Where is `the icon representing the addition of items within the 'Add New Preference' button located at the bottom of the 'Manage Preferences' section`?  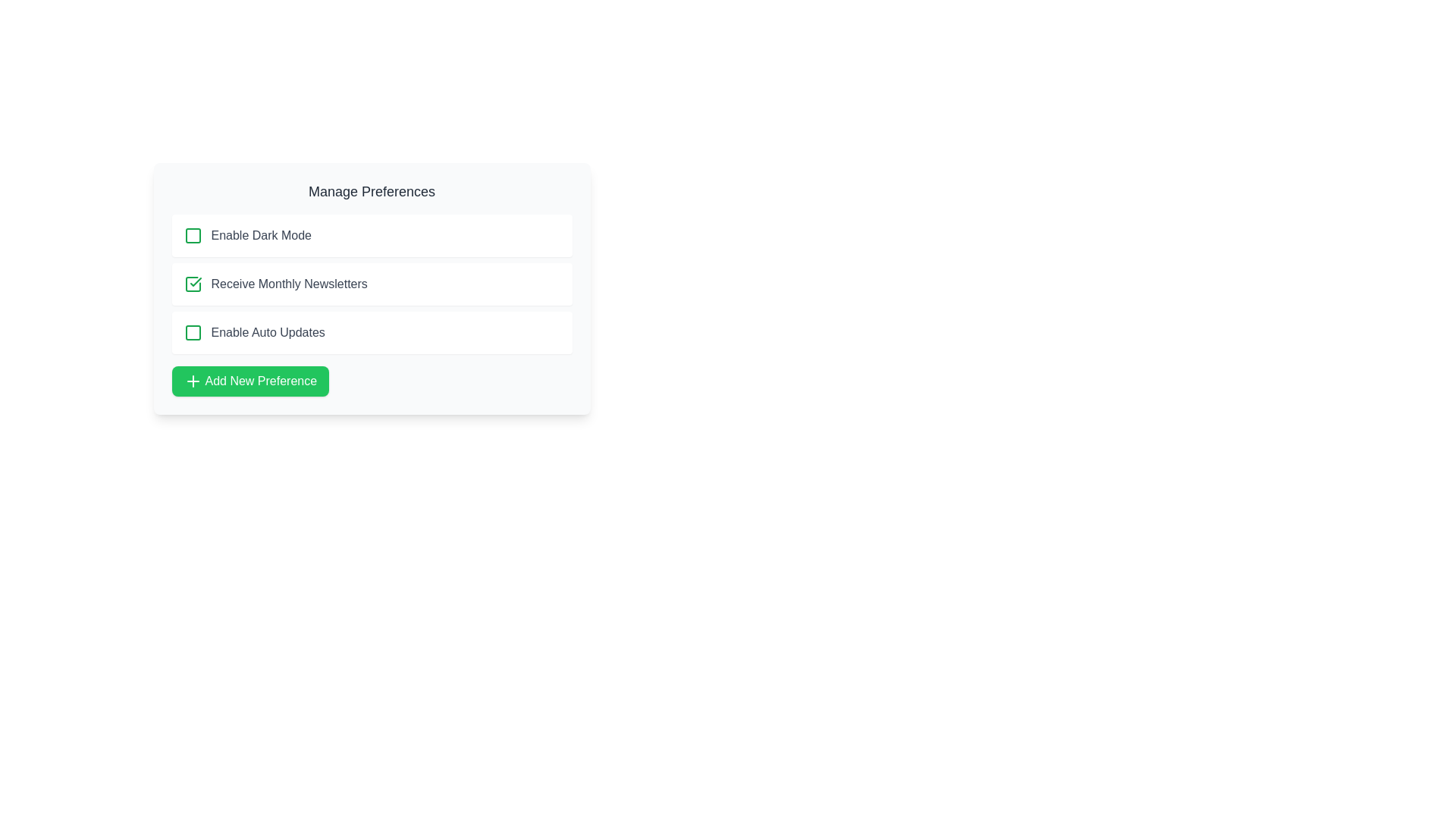
the icon representing the addition of items within the 'Add New Preference' button located at the bottom of the 'Manage Preferences' section is located at coordinates (192, 380).